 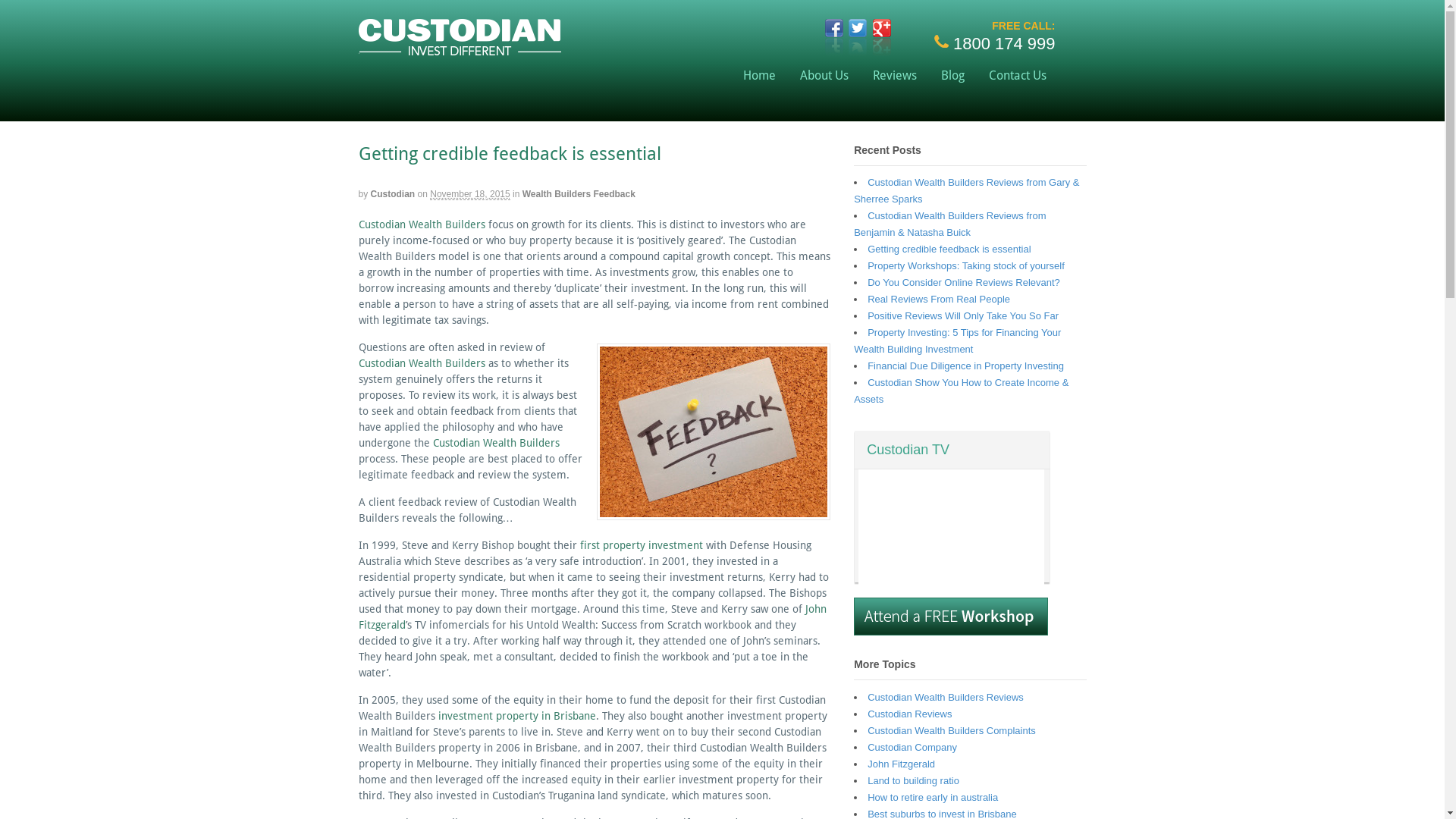 What do you see at coordinates (948, 248) in the screenshot?
I see `'Getting credible feedback is essential'` at bounding box center [948, 248].